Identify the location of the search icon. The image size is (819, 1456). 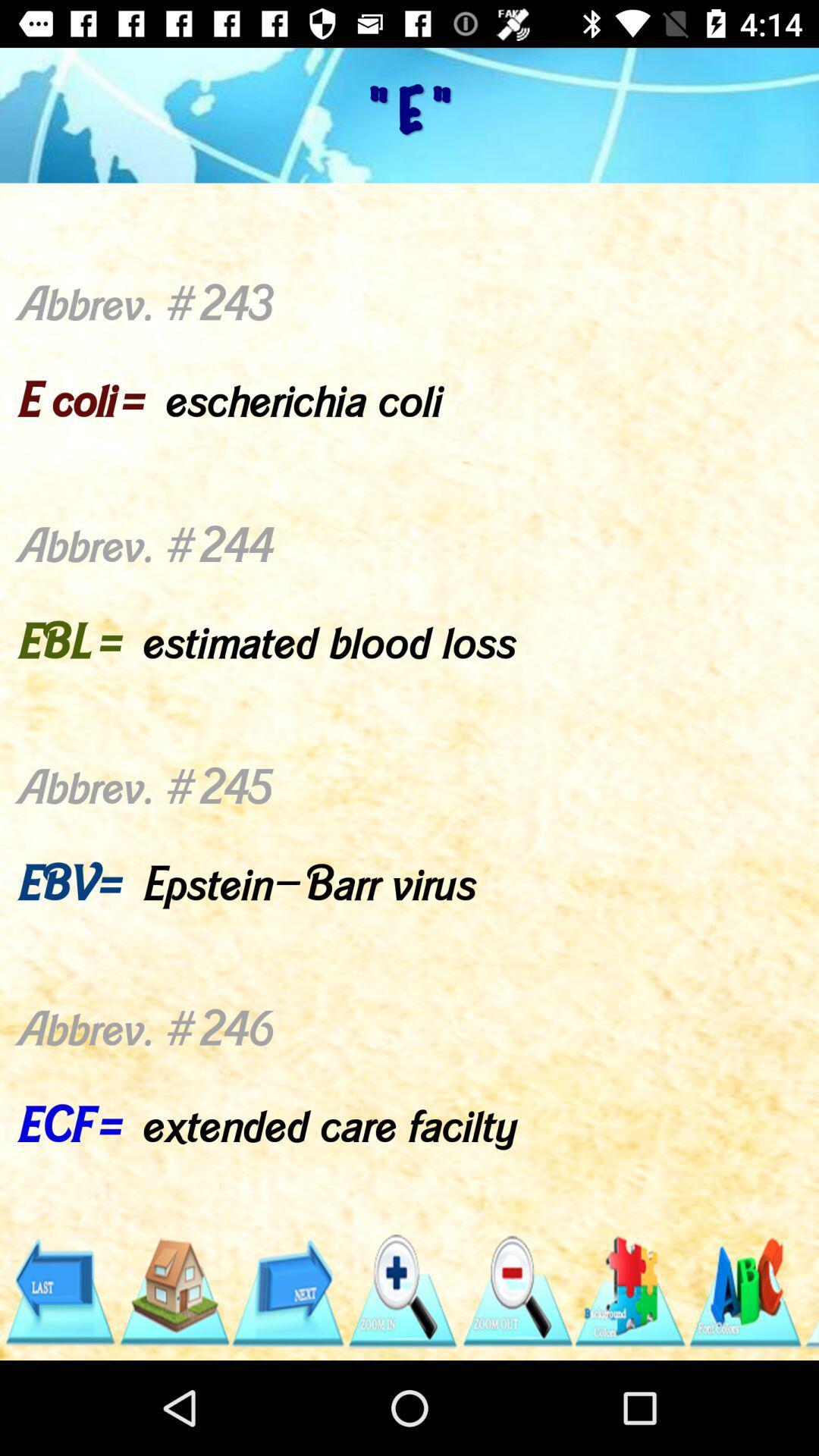
(401, 1291).